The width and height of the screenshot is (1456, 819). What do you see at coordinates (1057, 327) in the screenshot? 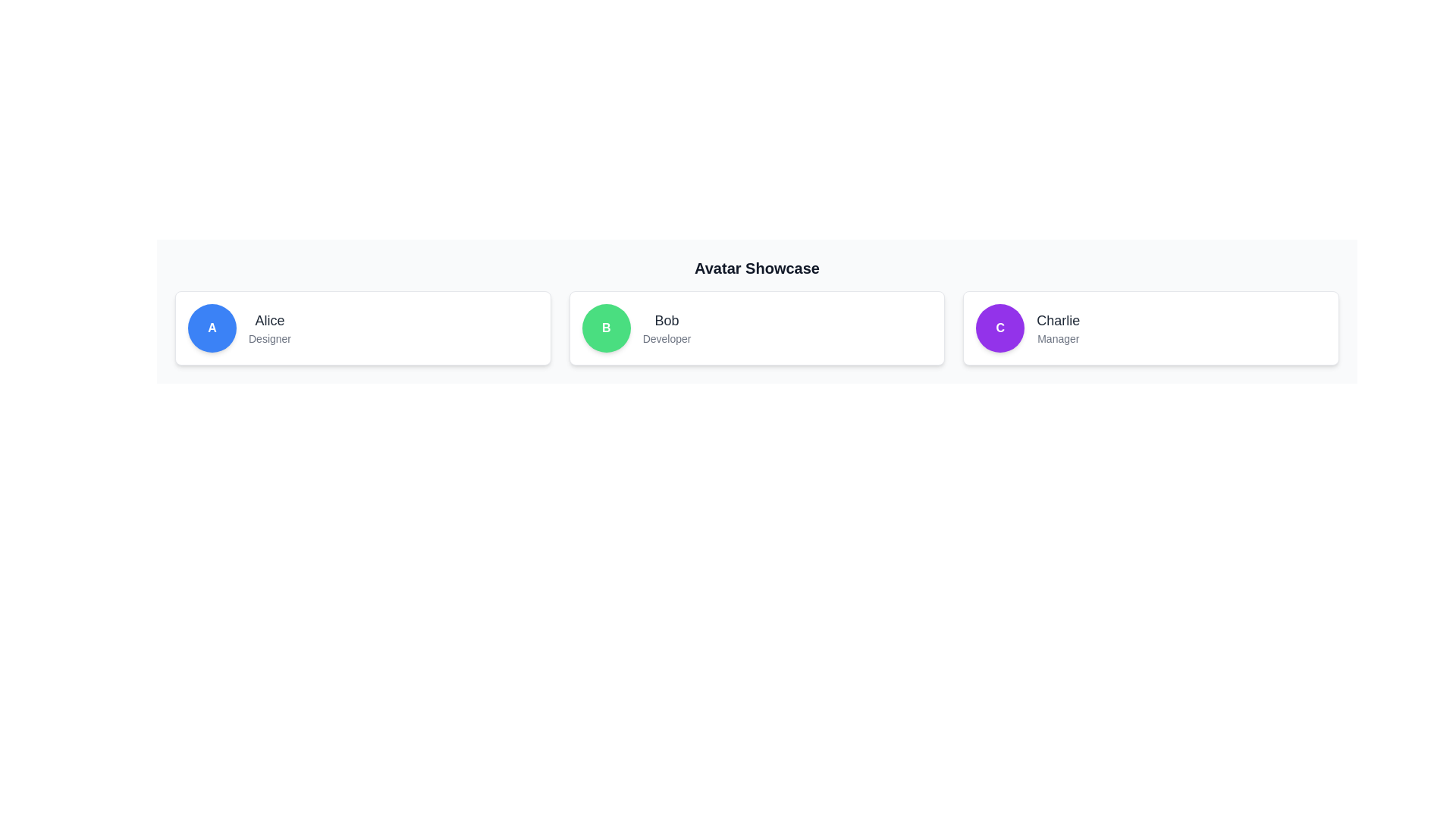
I see `the composite text display that identifies the person named 'Charlie' with the designation 'Manager', located to the right of the circular avatar in the third card of the 'Avatar Showcase'` at bounding box center [1057, 327].